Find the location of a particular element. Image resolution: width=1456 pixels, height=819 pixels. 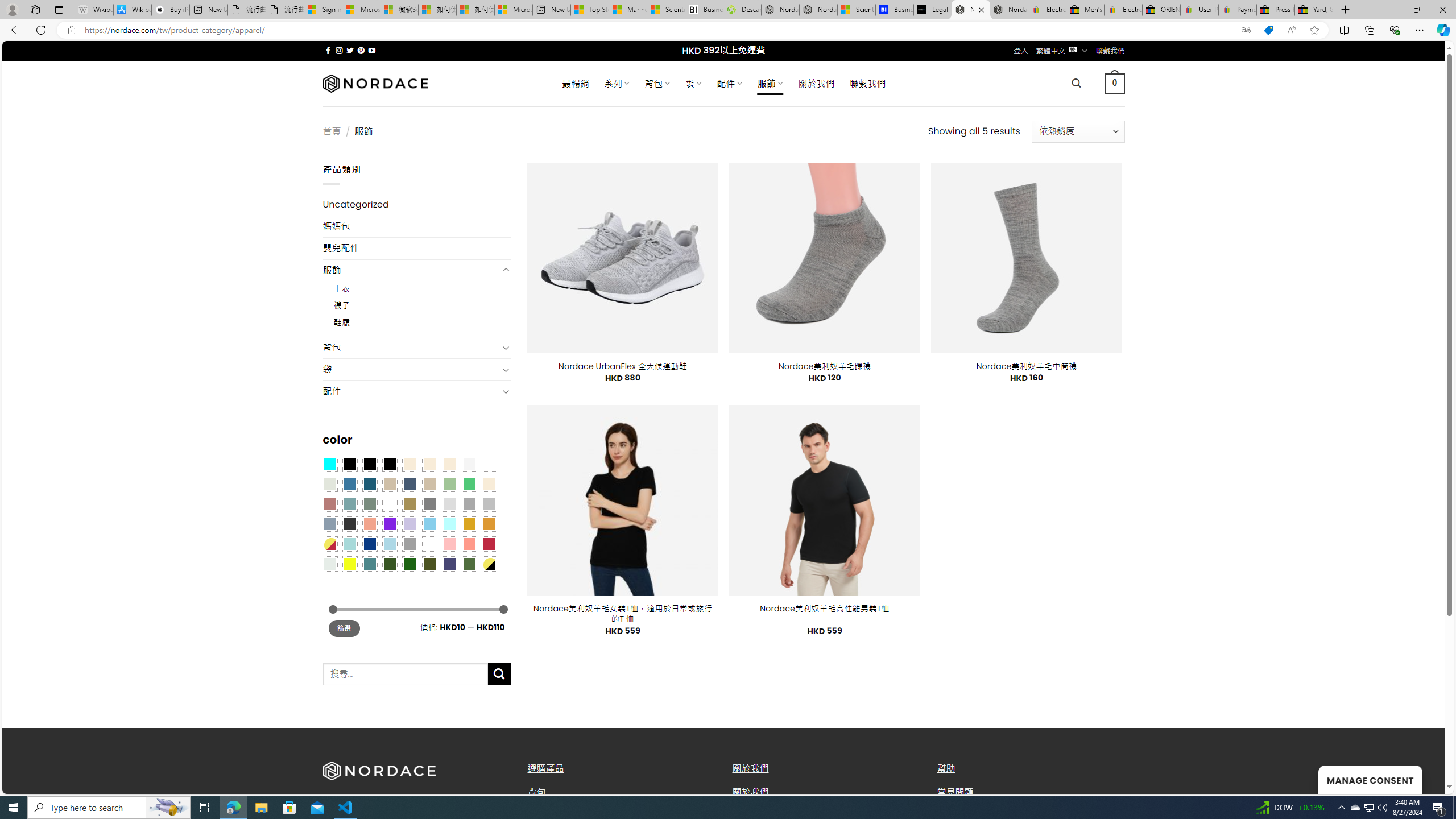

'Cream' is located at coordinates (449, 464).